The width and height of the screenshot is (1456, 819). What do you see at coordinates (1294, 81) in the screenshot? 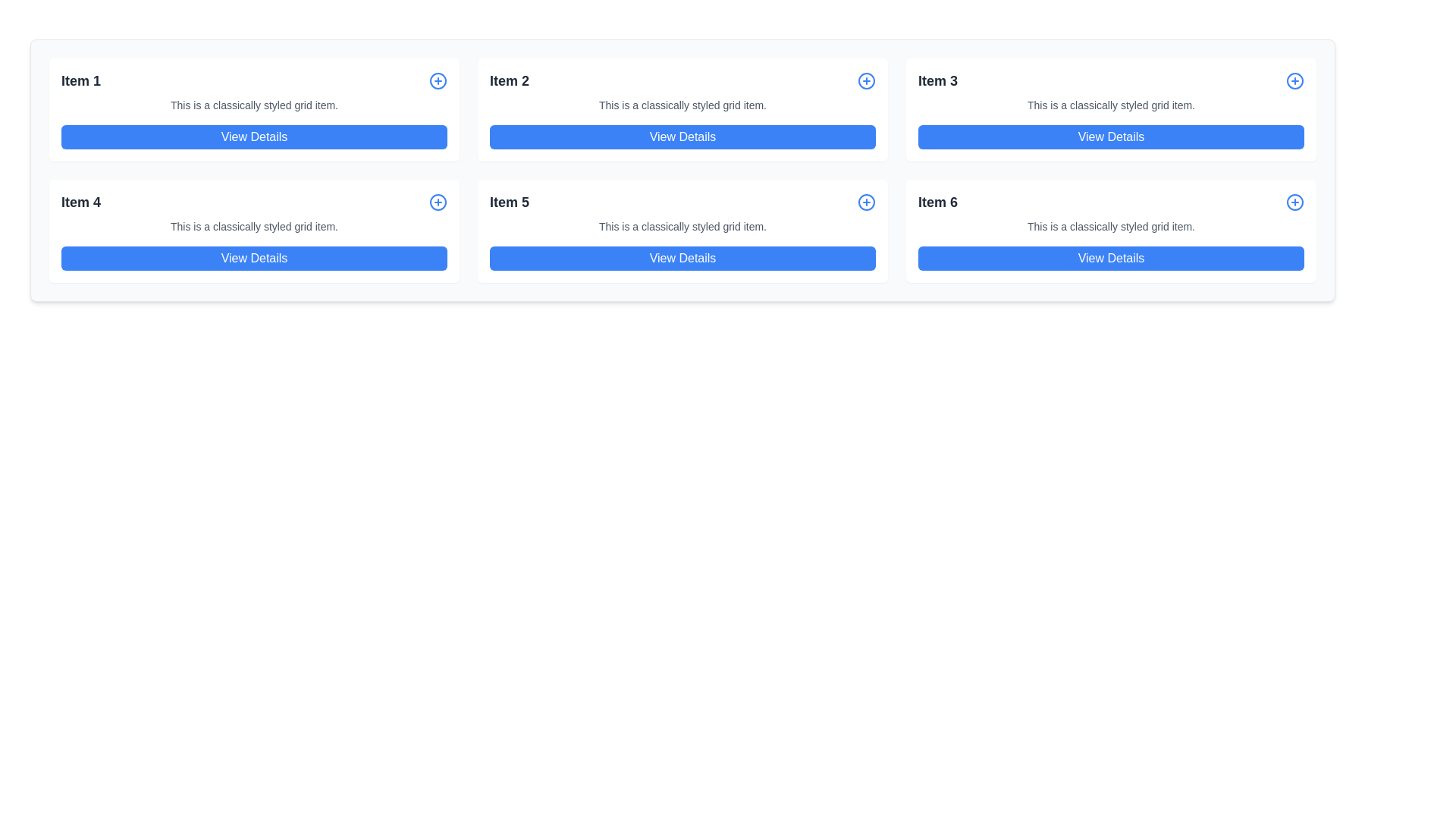
I see `the plus icon button located at the top-right corner of the card labeled 'Item 3'` at bounding box center [1294, 81].